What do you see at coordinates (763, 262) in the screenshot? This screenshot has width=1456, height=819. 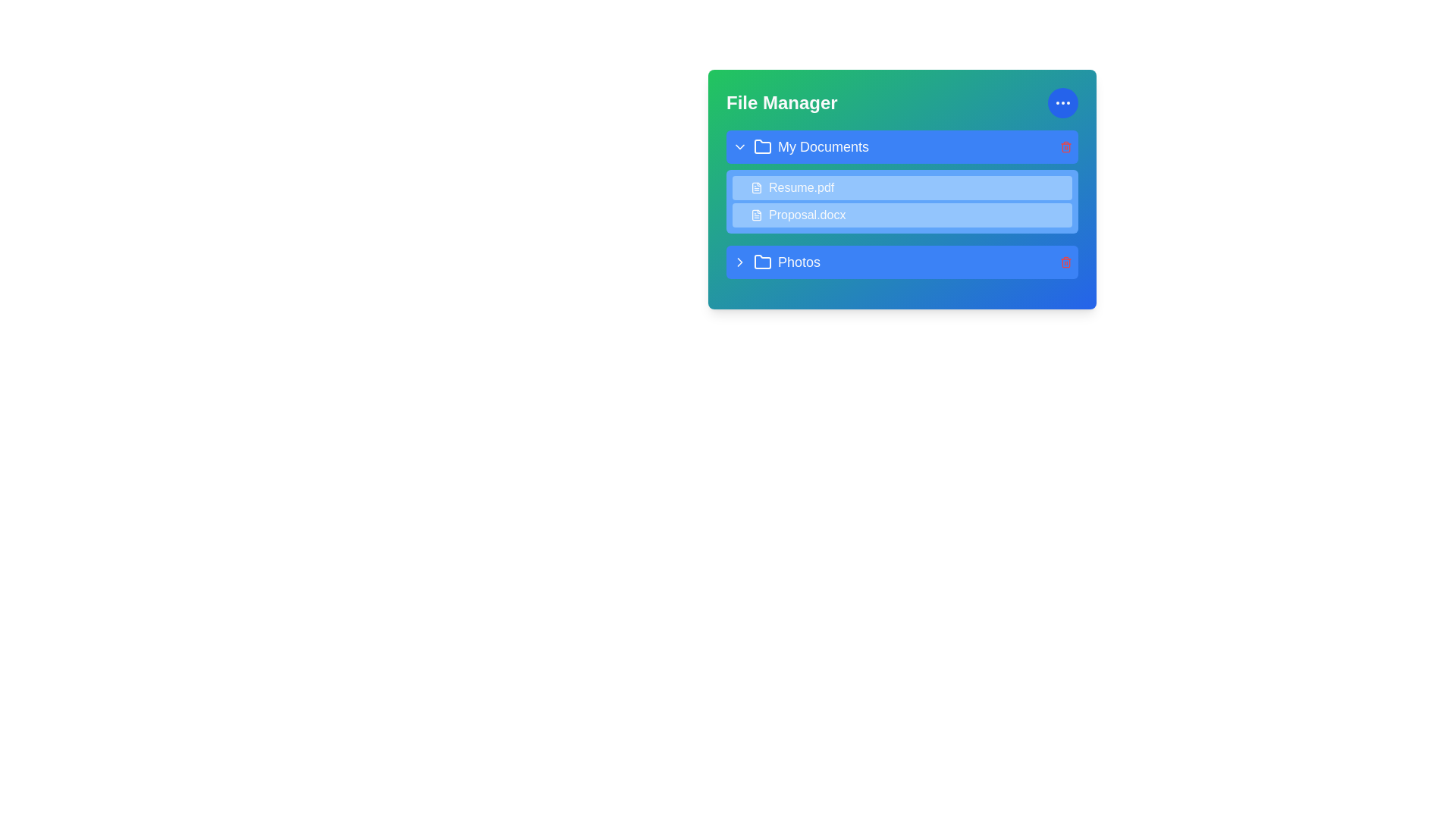 I see `the blue folder icon located to the left of the 'Photos' text` at bounding box center [763, 262].